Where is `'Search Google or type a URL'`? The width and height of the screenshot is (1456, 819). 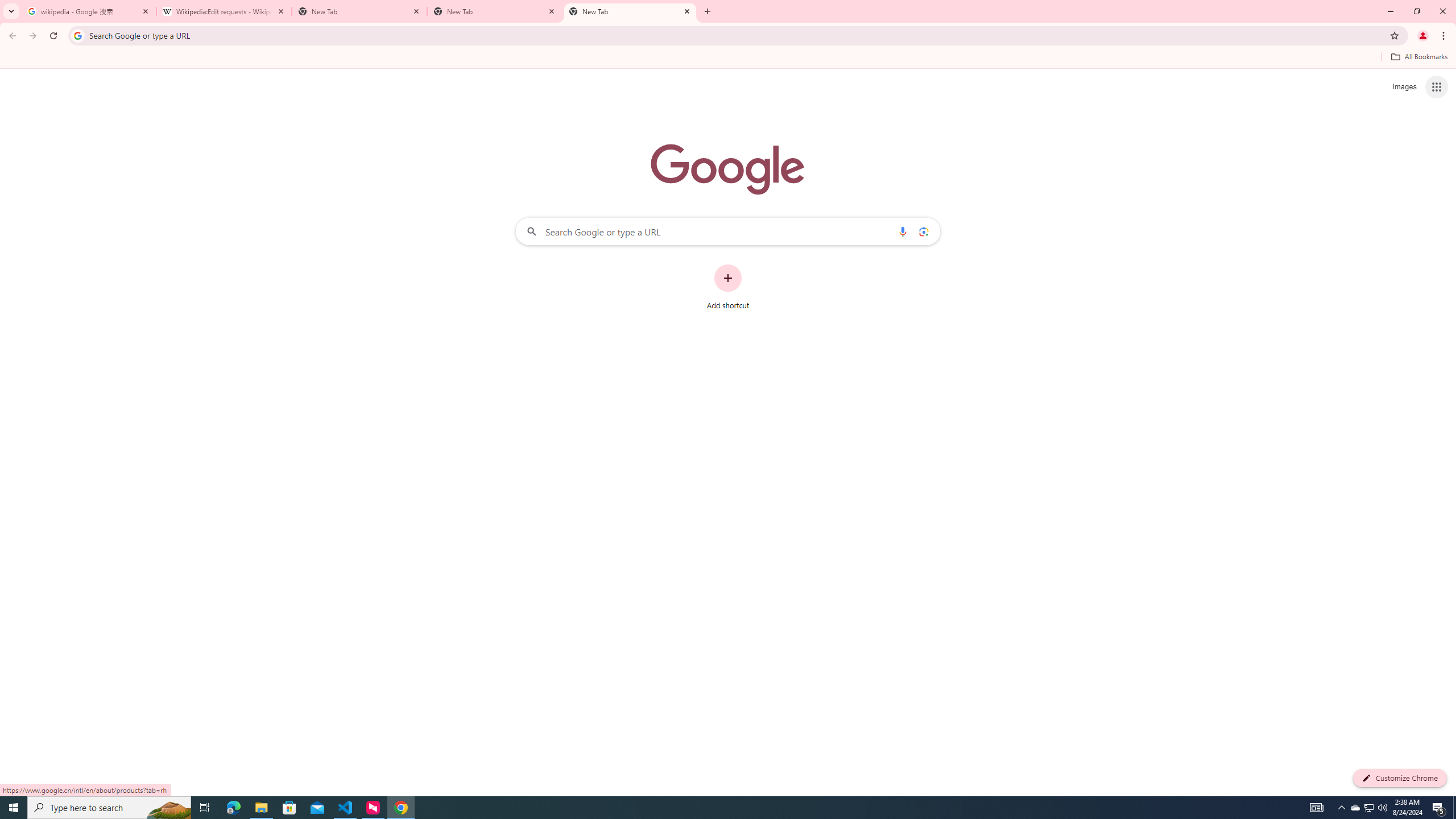 'Search Google or type a URL' is located at coordinates (728, 230).